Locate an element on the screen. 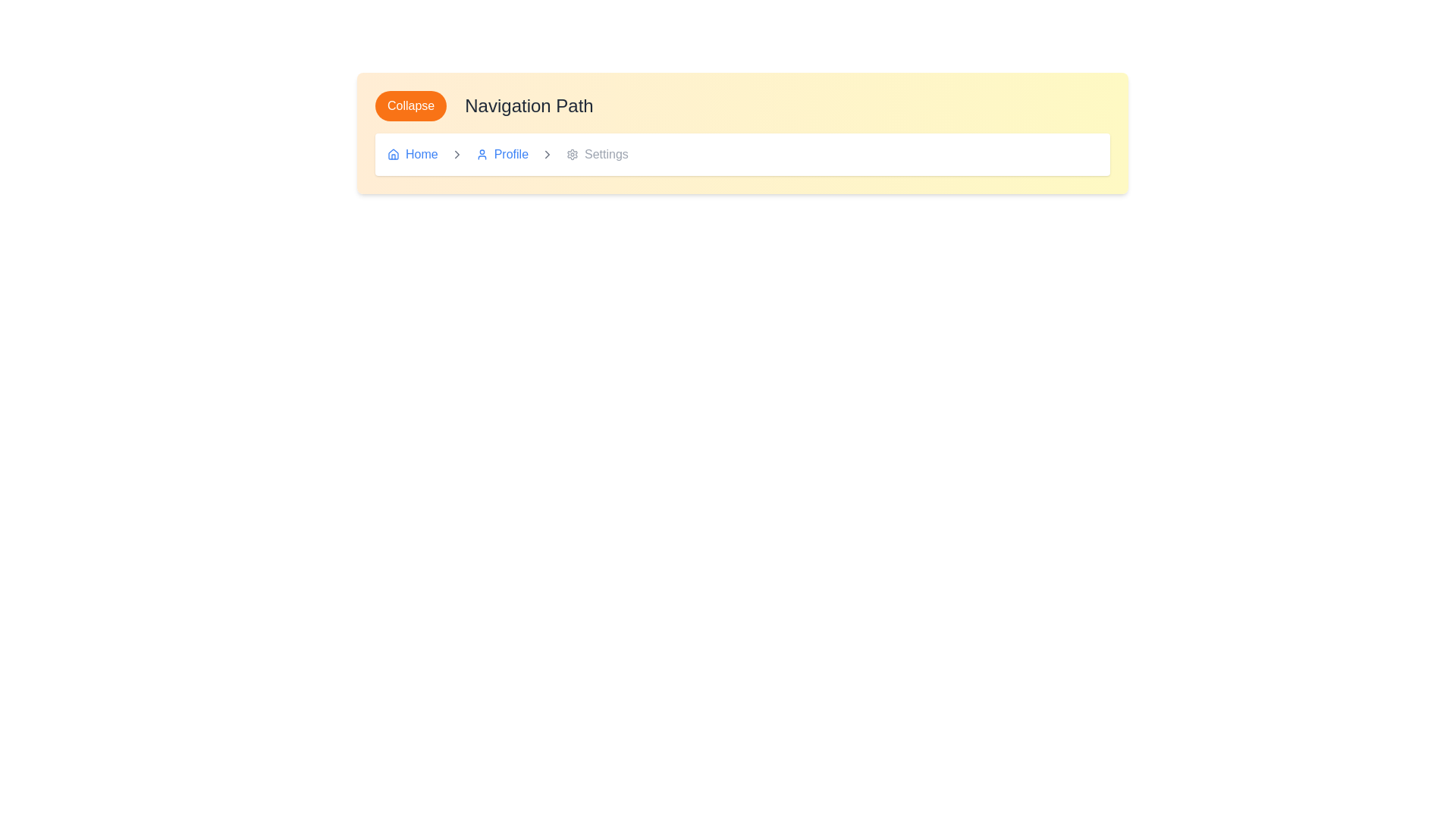 The height and width of the screenshot is (819, 1456). the user icon of the 'Profile' navigation link, which is the second clickable item in the horizontal navigation bar, for additional actions if supported is located at coordinates (502, 155).